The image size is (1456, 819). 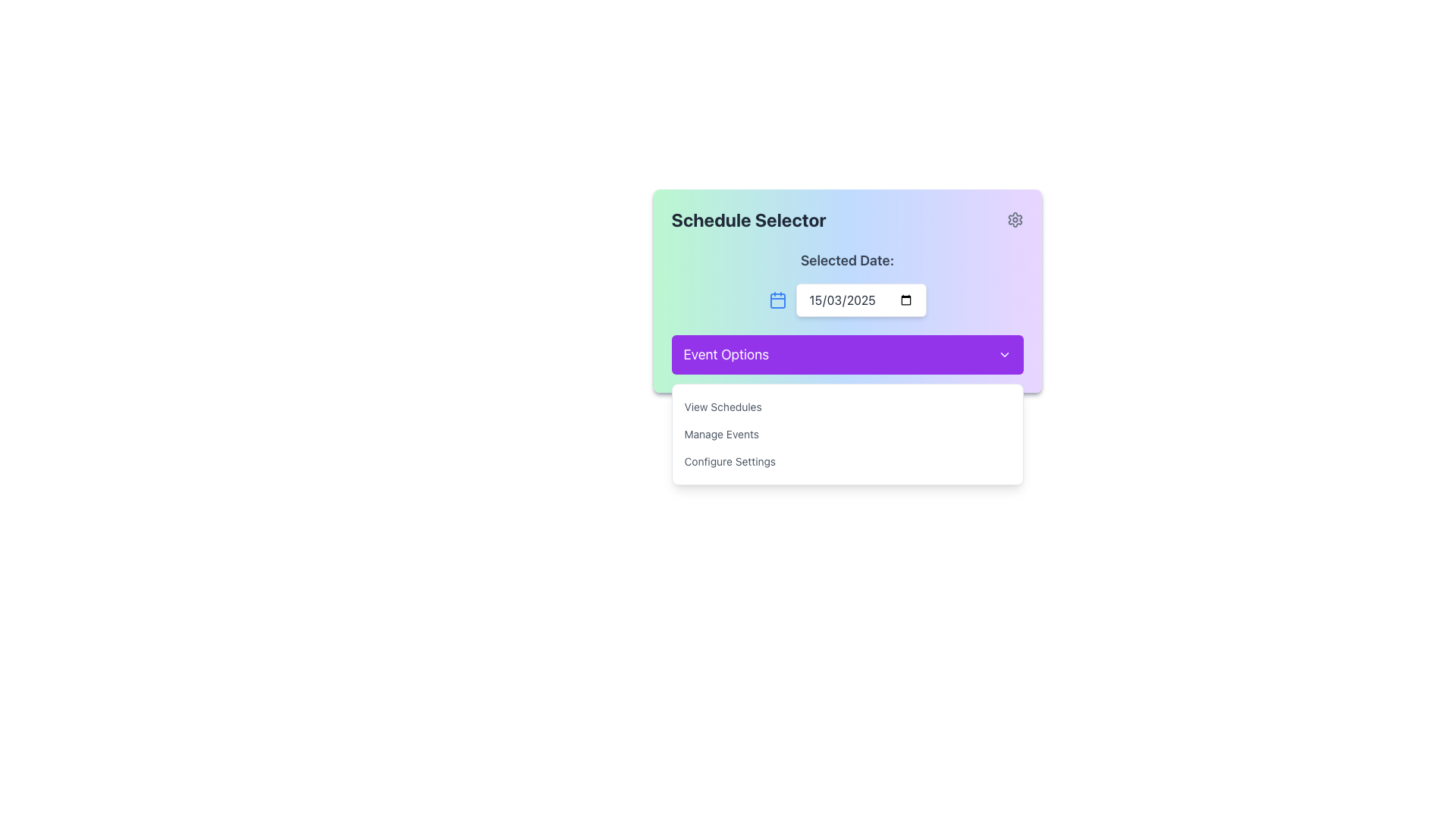 I want to click on the chevron icon located to the right of the 'Event Options' button to trigger tooltip or visual feedback, so click(x=1004, y=354).